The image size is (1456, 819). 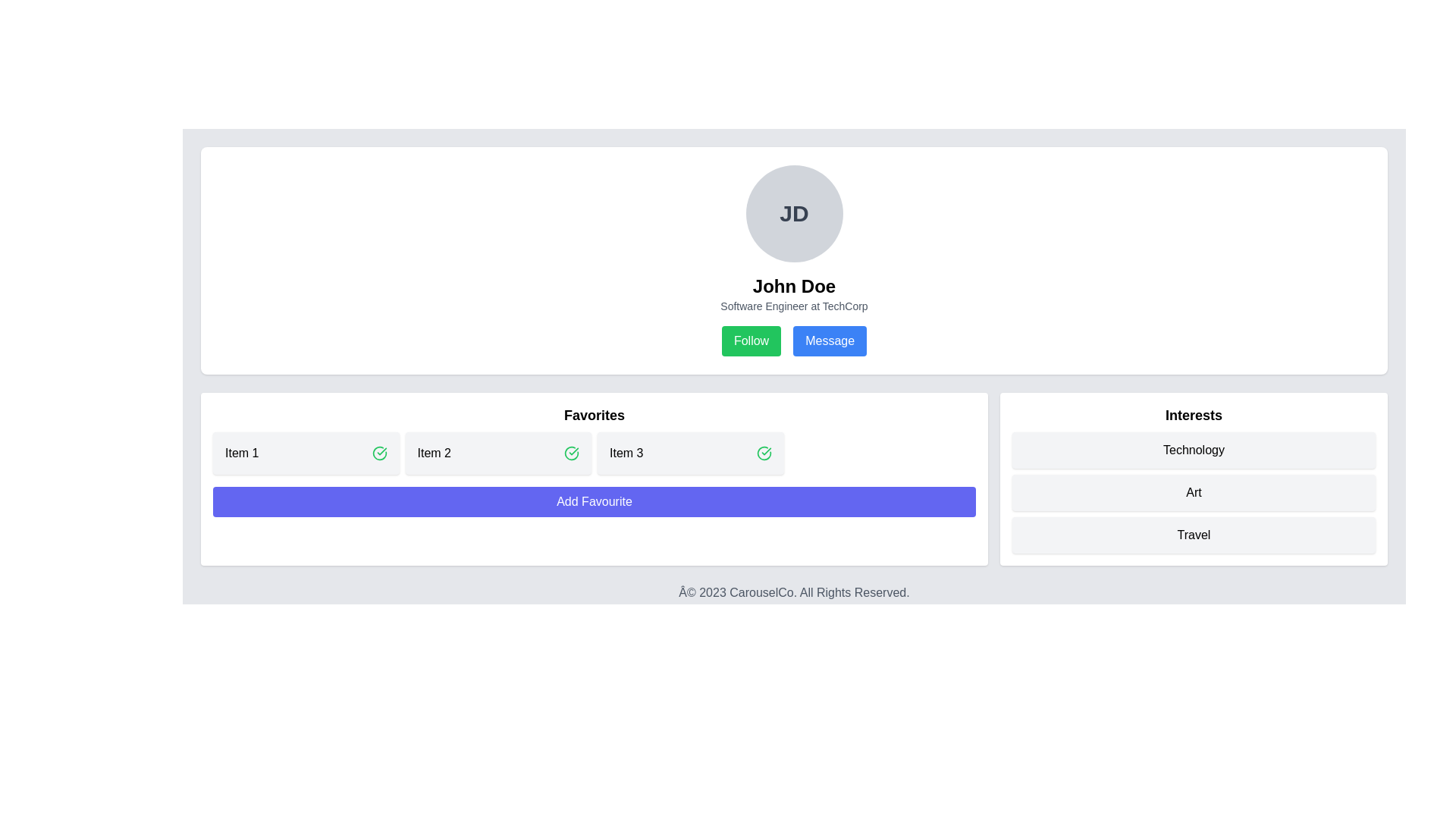 I want to click on the 'Add to Favorites' button located below 'Item 1', 'Item 2', and 'Item 3' in the 'Favorites' section, so click(x=593, y=502).